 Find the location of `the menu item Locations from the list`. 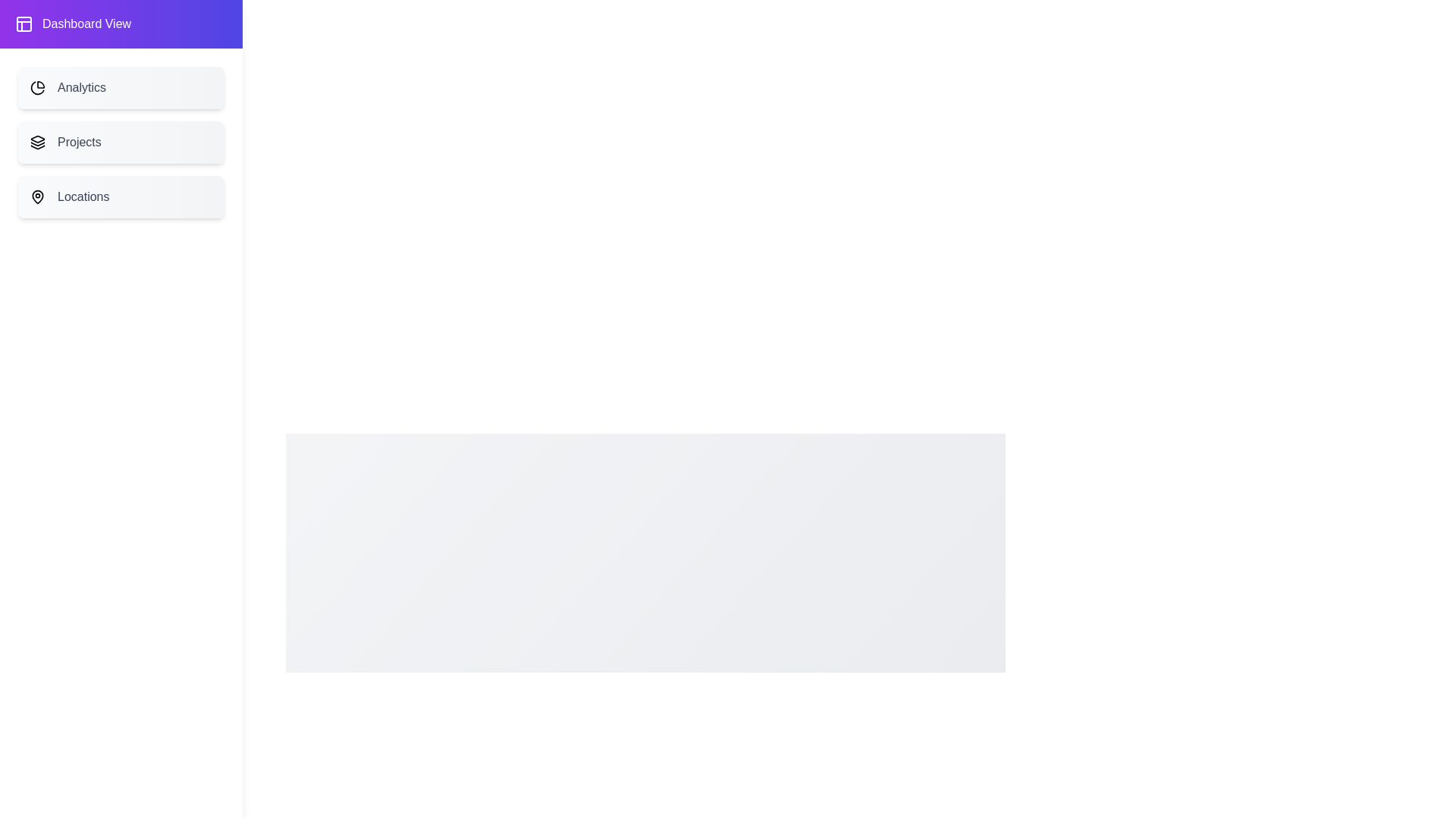

the menu item Locations from the list is located at coordinates (120, 196).